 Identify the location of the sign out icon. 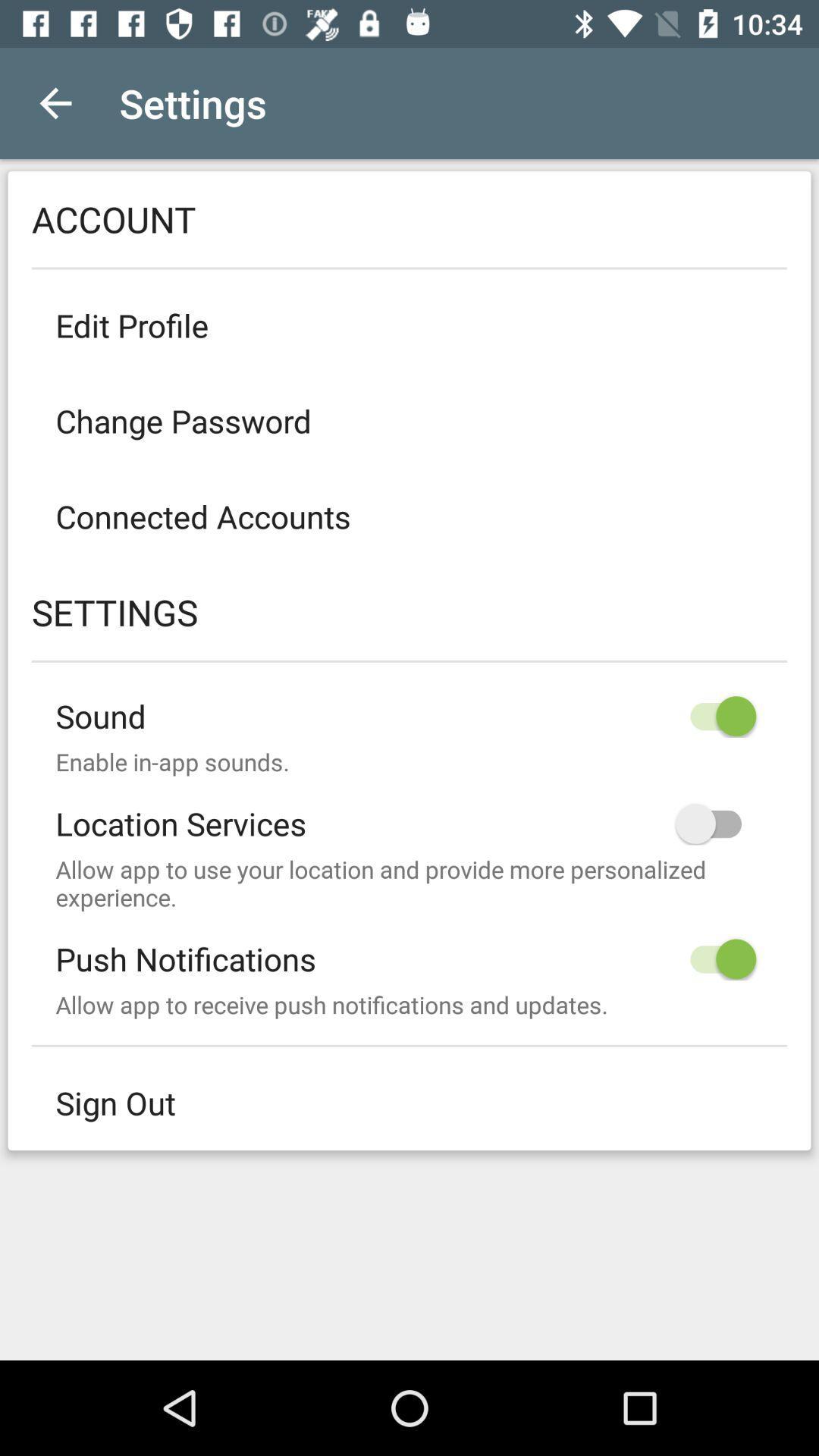
(409, 1103).